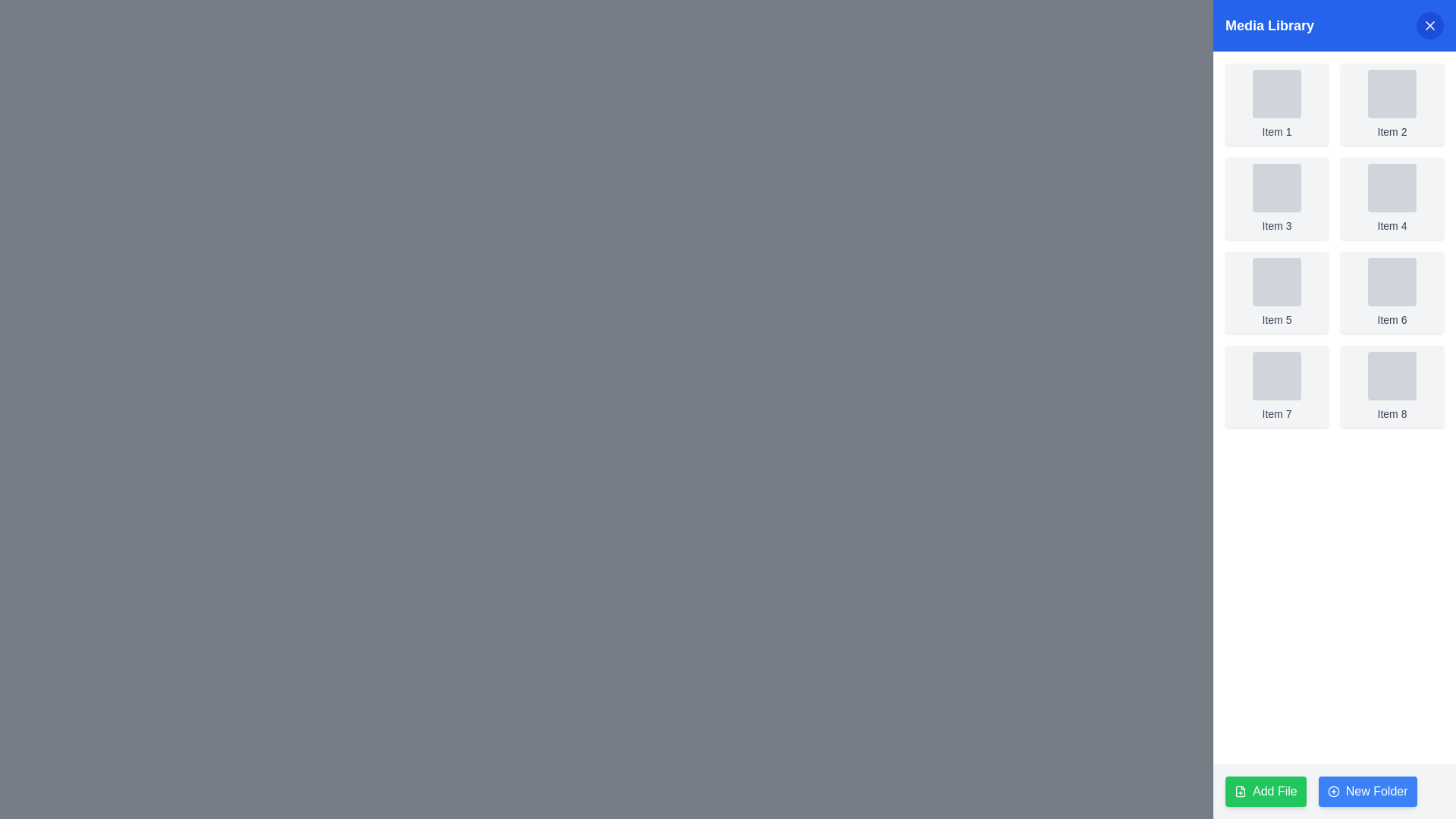 The width and height of the screenshot is (1456, 819). I want to click on the close button in the title bar of the 'Media Library' sidebar, so click(1429, 20).